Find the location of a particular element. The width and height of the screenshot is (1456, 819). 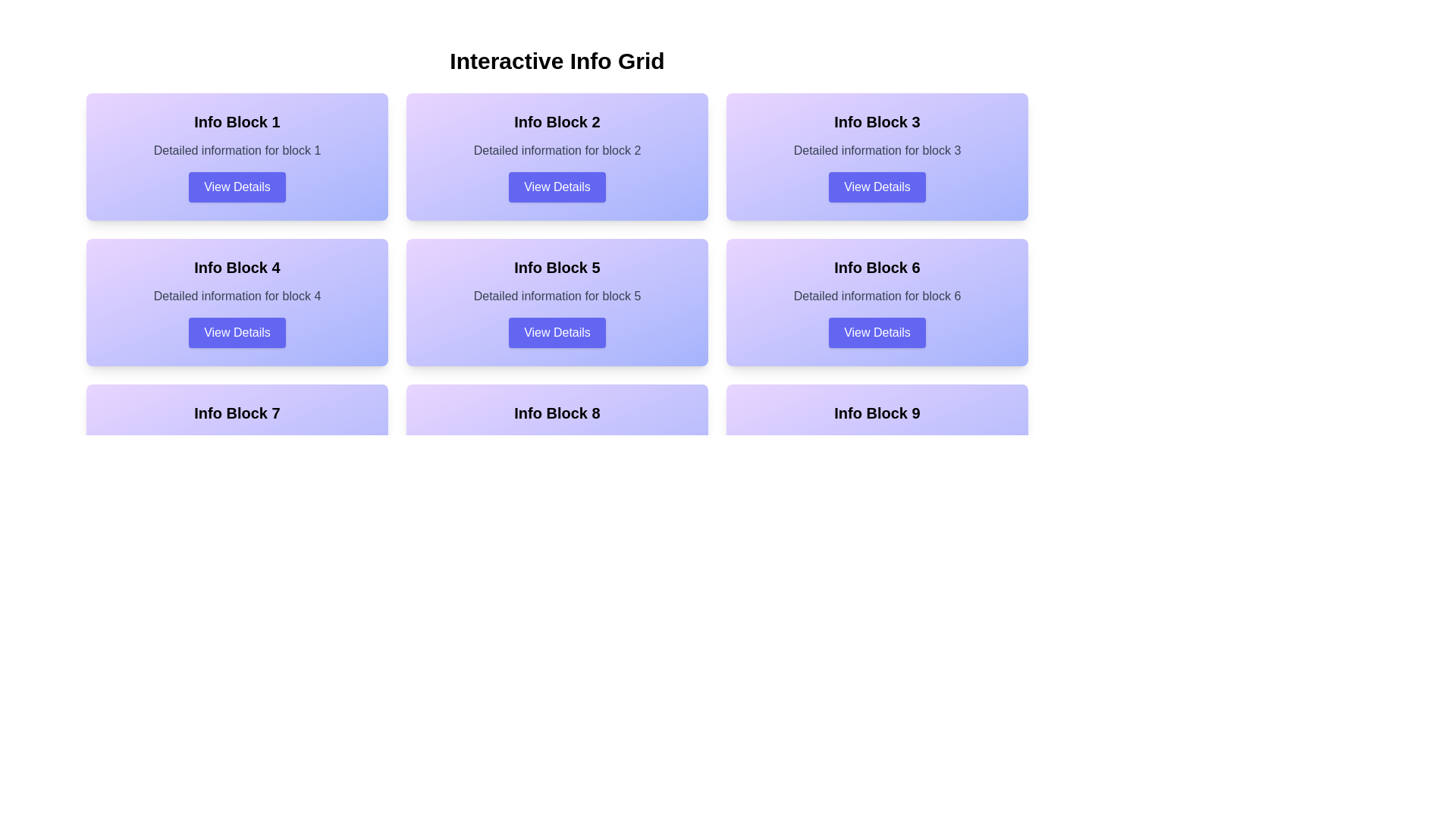

the text element displaying 'Detailed information for block 4' which is centrally aligned within the 'Info Block 4' card is located at coordinates (236, 296).